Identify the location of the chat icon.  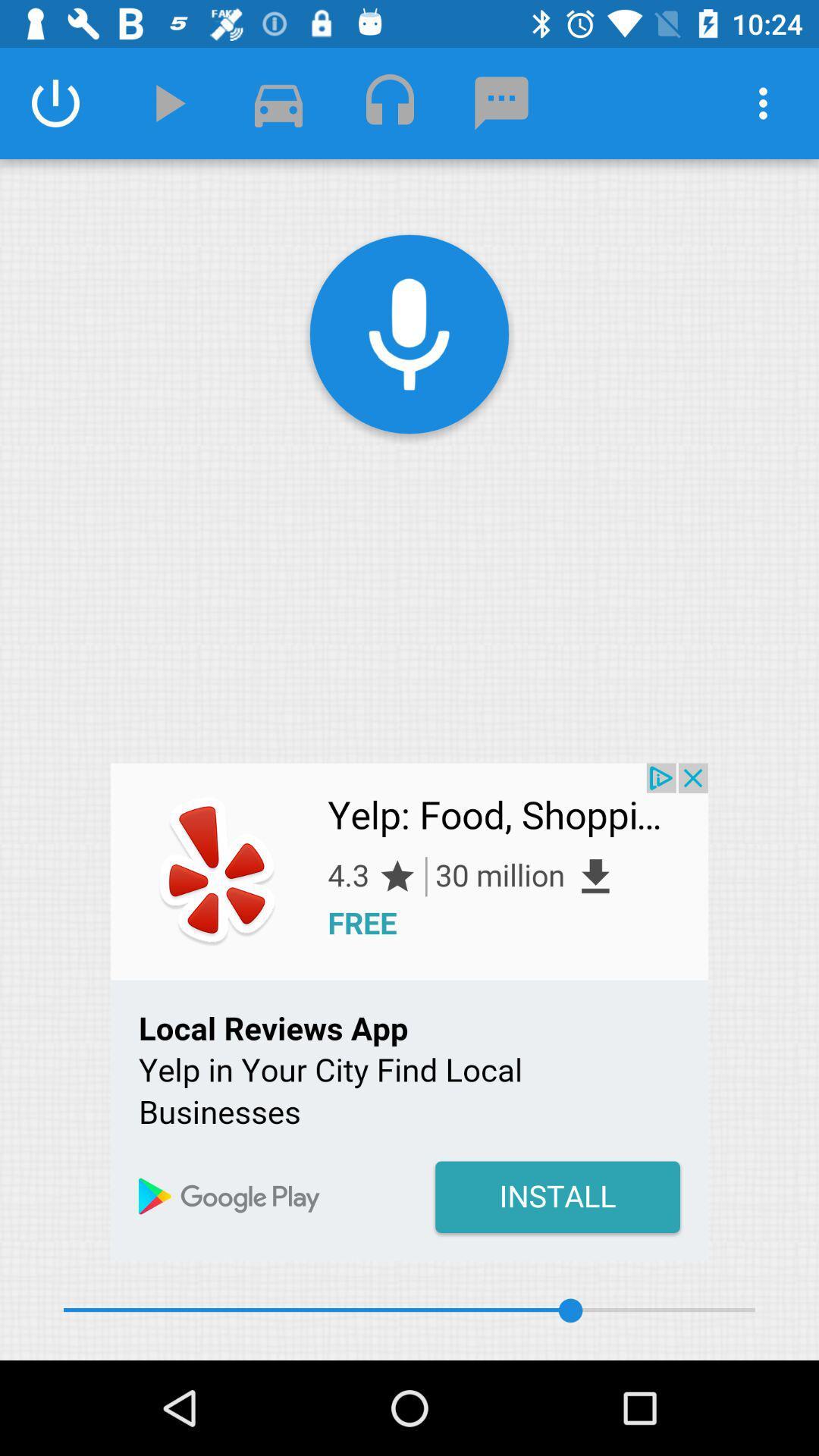
(501, 102).